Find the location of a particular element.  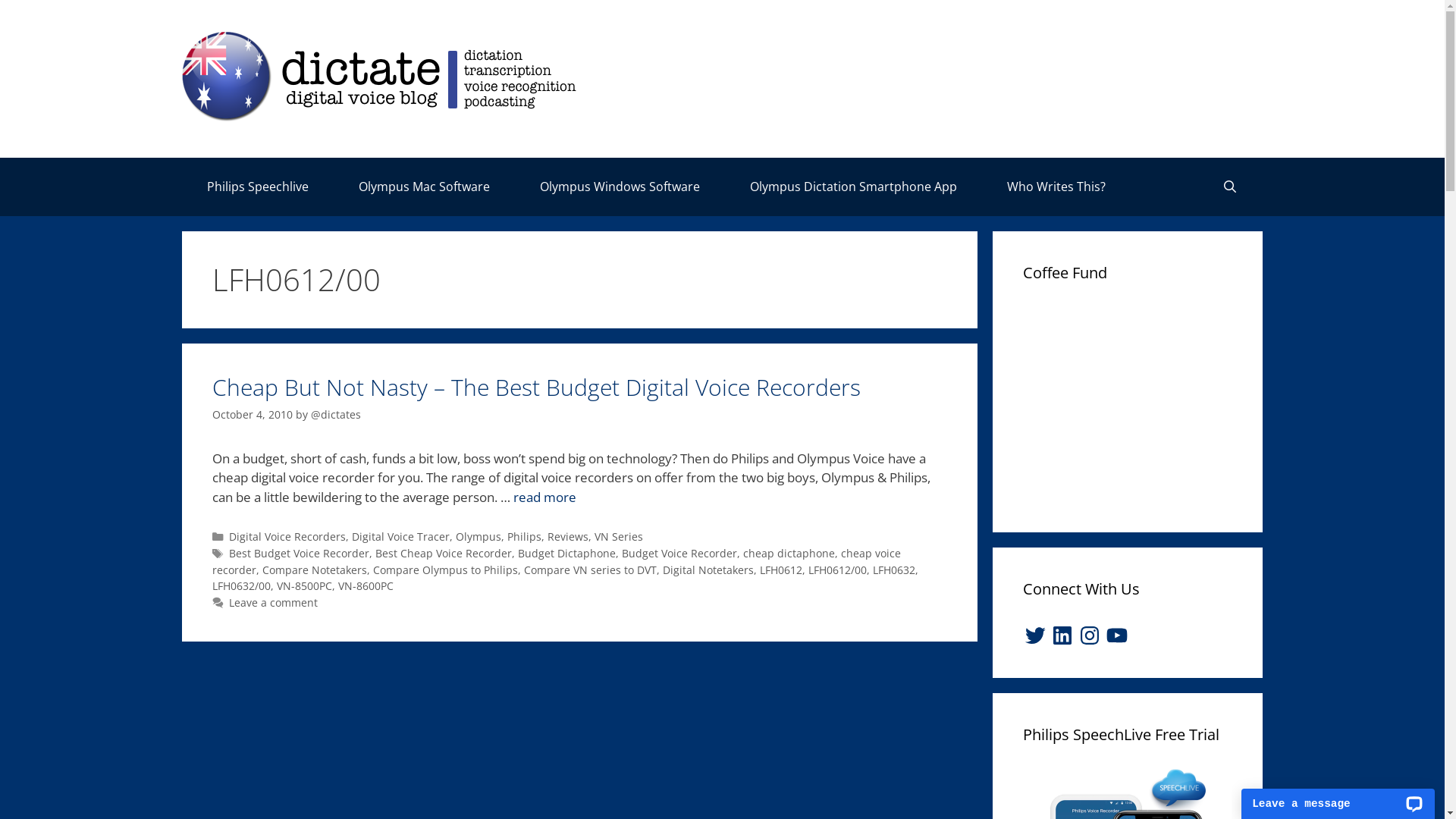

'Digital Voice Recorders' is located at coordinates (287, 535).